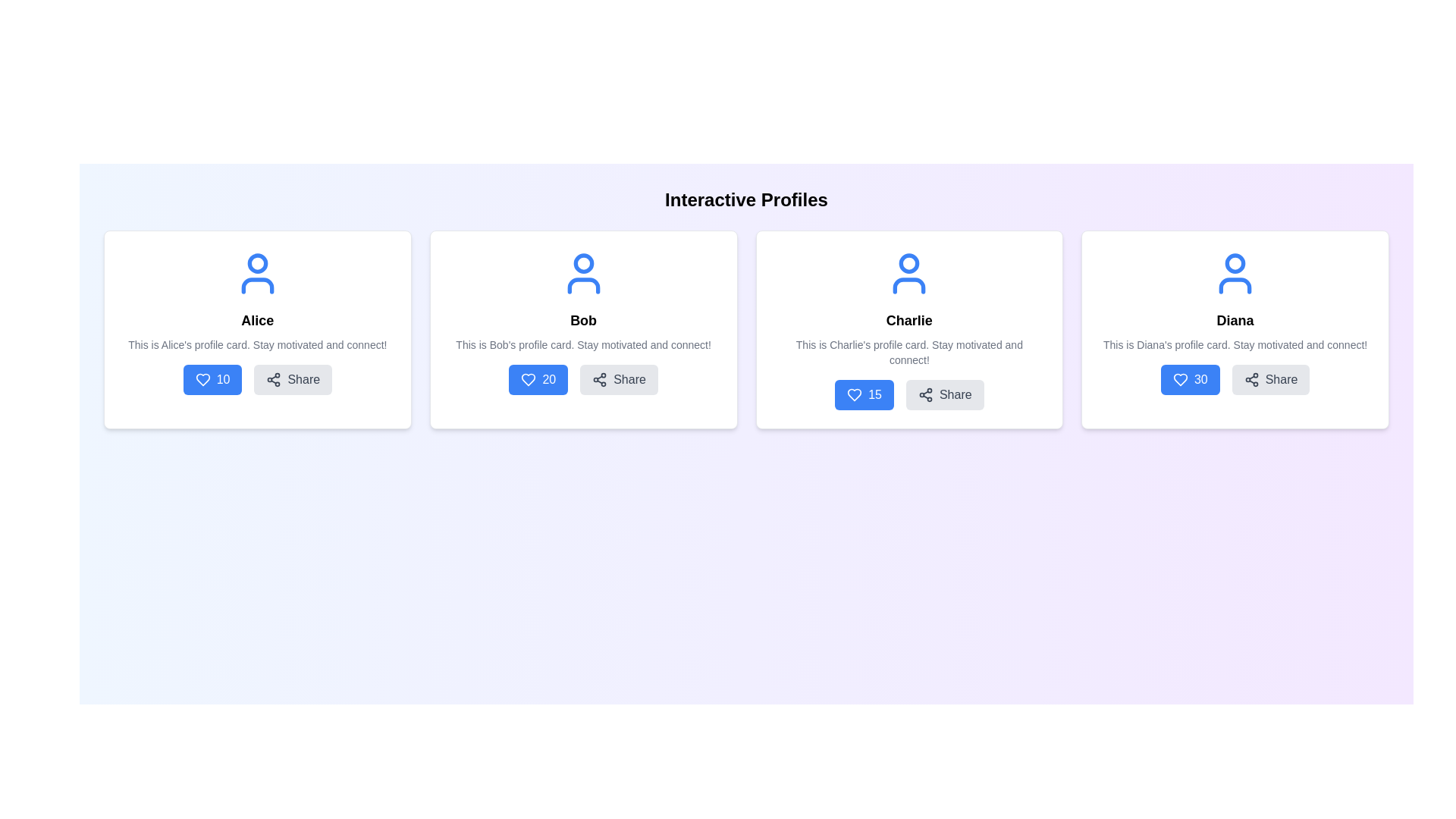 The width and height of the screenshot is (1456, 819). Describe the element at coordinates (909, 262) in the screenshot. I see `the circular graphical component within the SVG profile icon for the profile labeled 'Charlie', located at the top center of the card` at that location.